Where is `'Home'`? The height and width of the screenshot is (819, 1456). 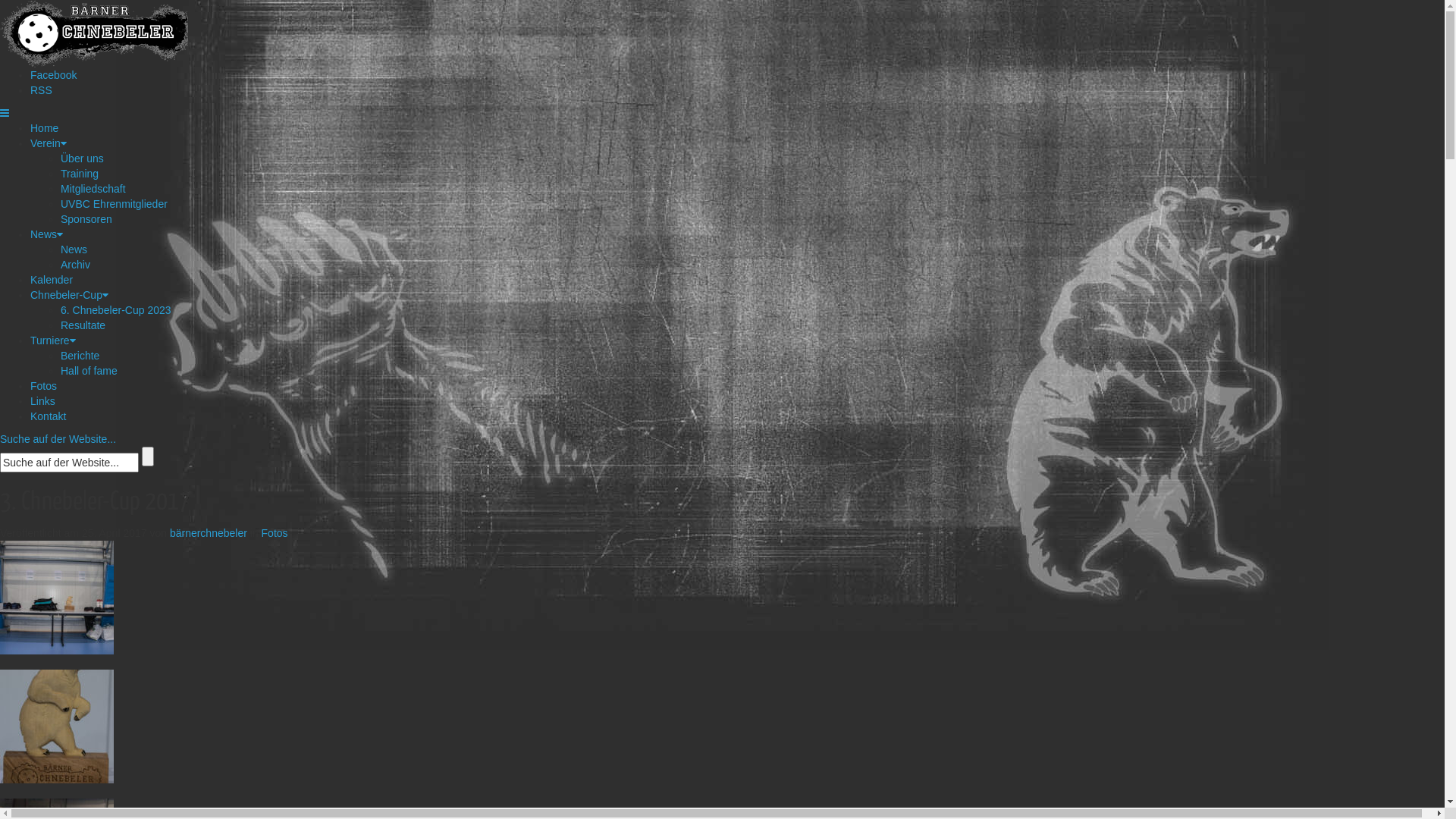 'Home' is located at coordinates (44, 127).